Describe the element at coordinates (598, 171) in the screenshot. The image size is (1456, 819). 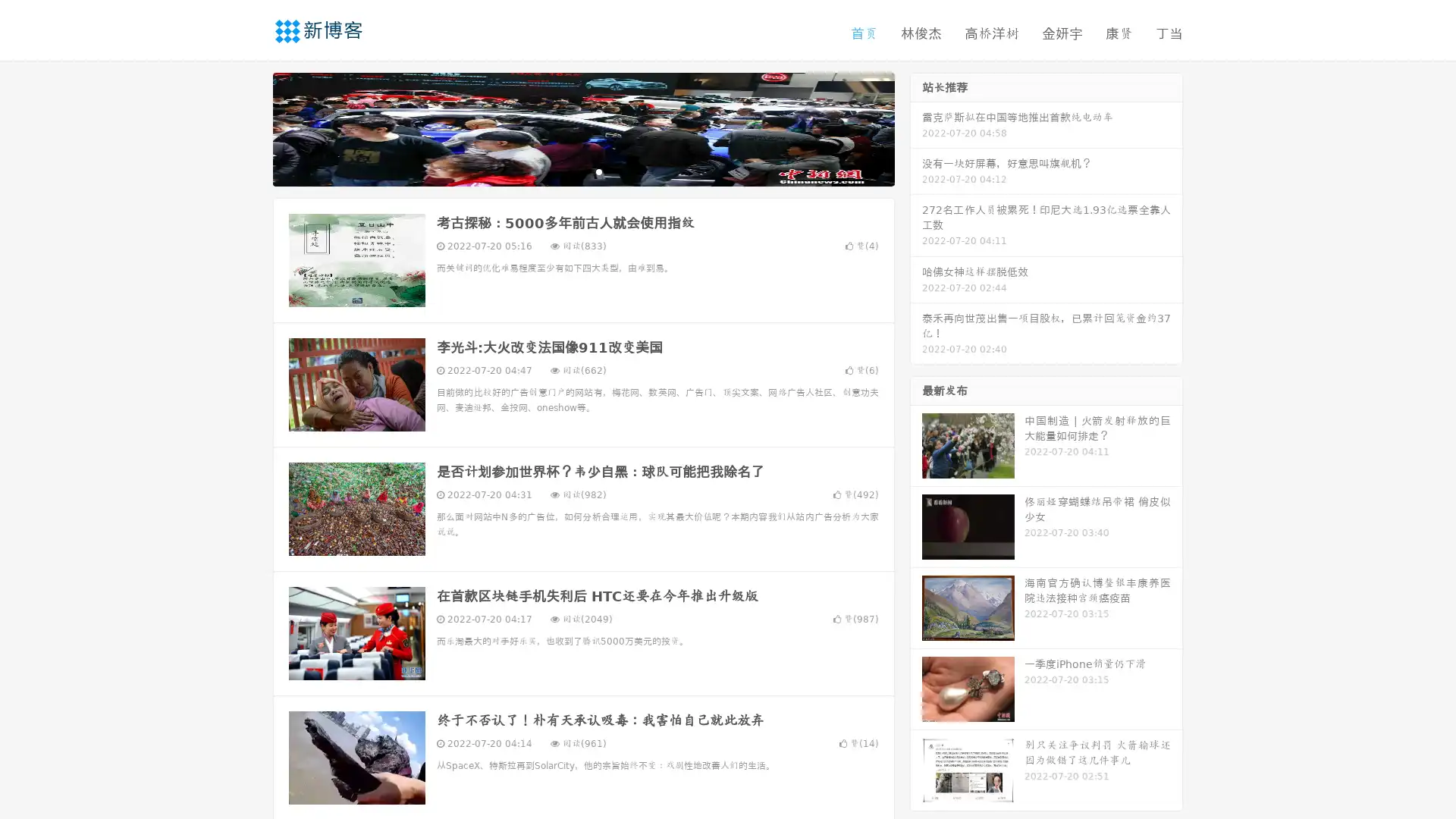
I see `Go to slide 3` at that location.